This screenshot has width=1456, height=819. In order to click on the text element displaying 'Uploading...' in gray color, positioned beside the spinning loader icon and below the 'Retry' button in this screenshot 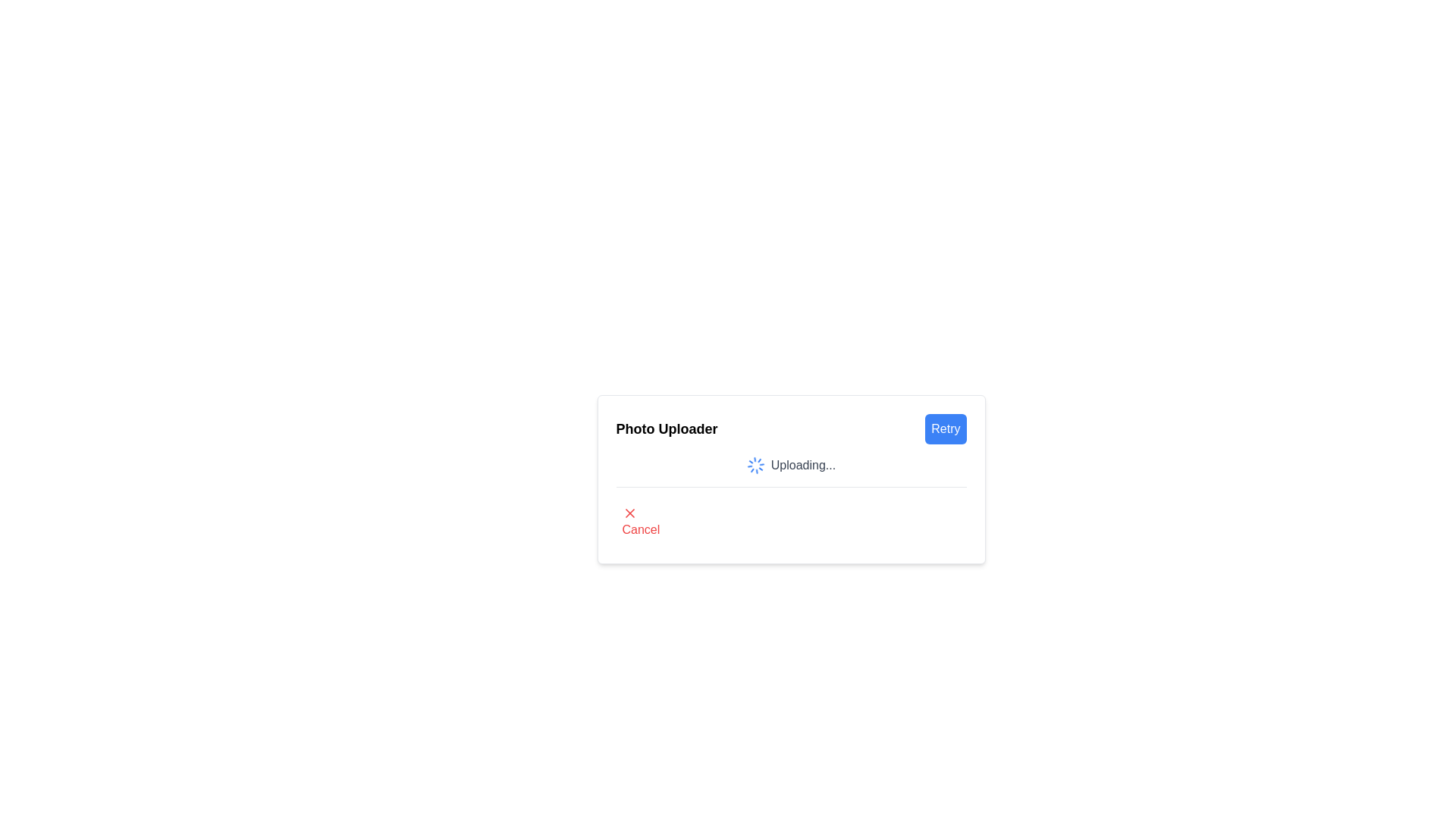, I will do `click(802, 464)`.